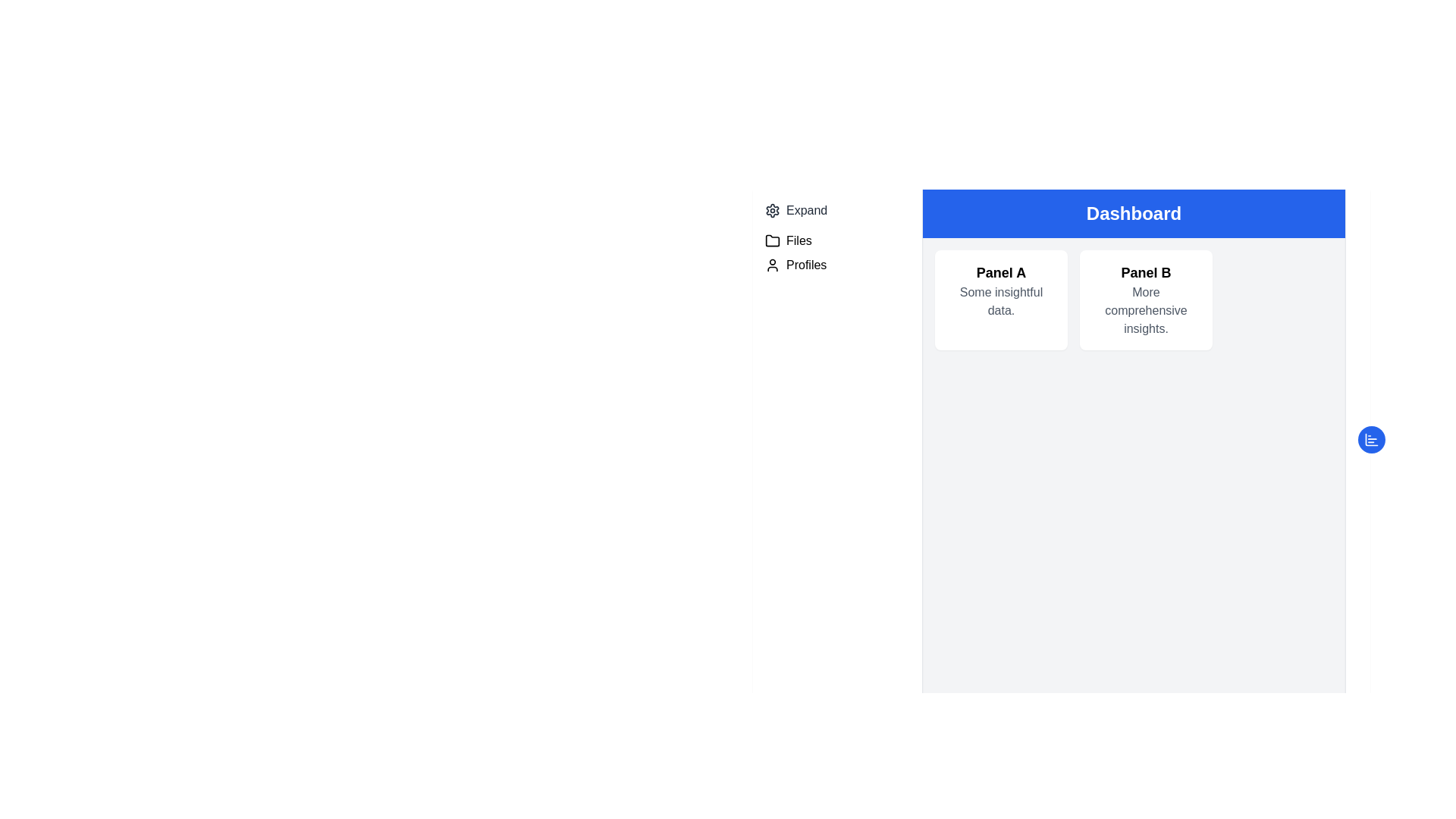 The height and width of the screenshot is (819, 1456). Describe the element at coordinates (1001, 301) in the screenshot. I see `text element that displays 'Some insightful data.' located in the left section of 'Panel A'` at that location.